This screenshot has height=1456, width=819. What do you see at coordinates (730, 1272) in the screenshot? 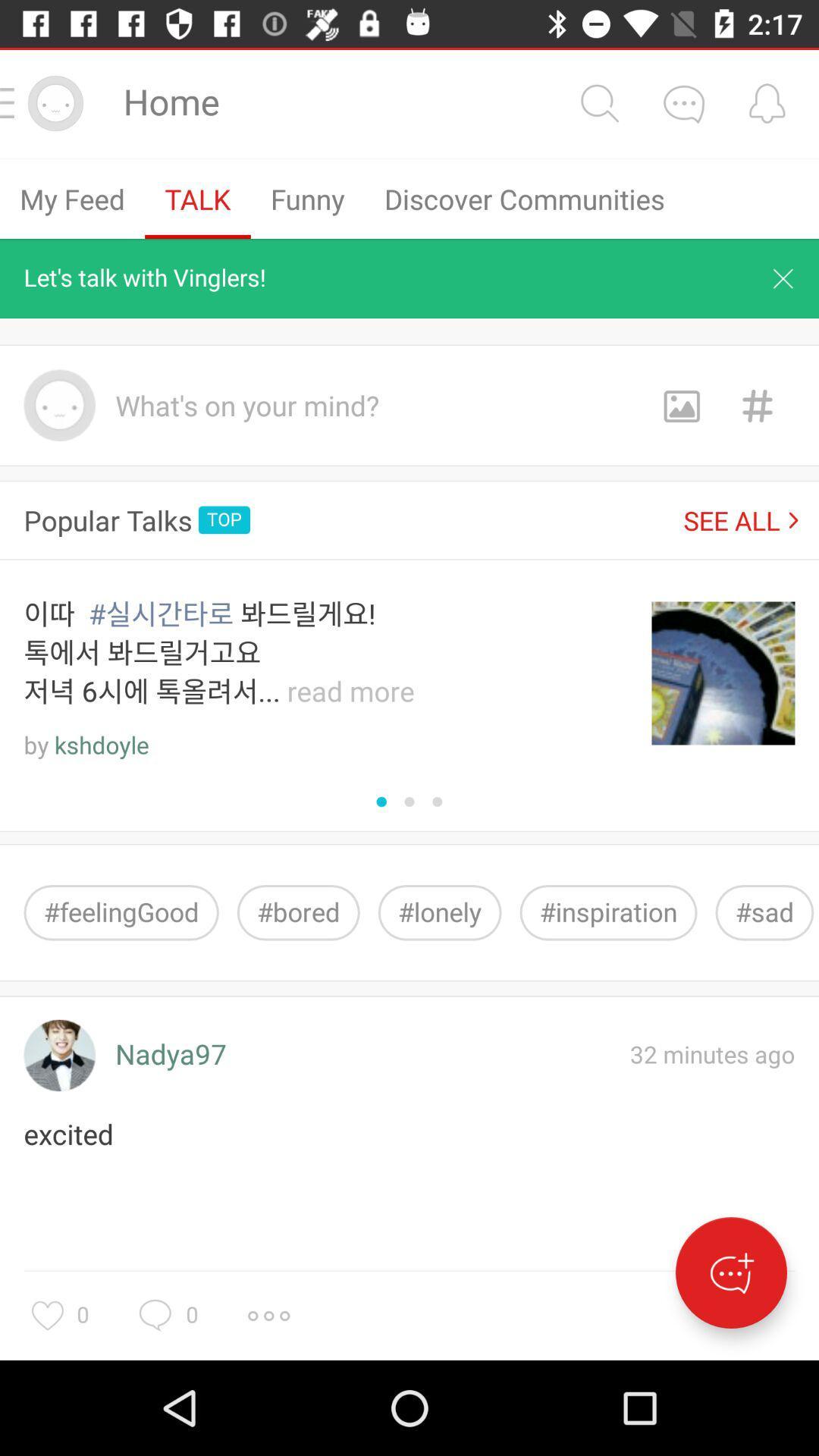
I see `the icon below 32 minutes ago` at bounding box center [730, 1272].